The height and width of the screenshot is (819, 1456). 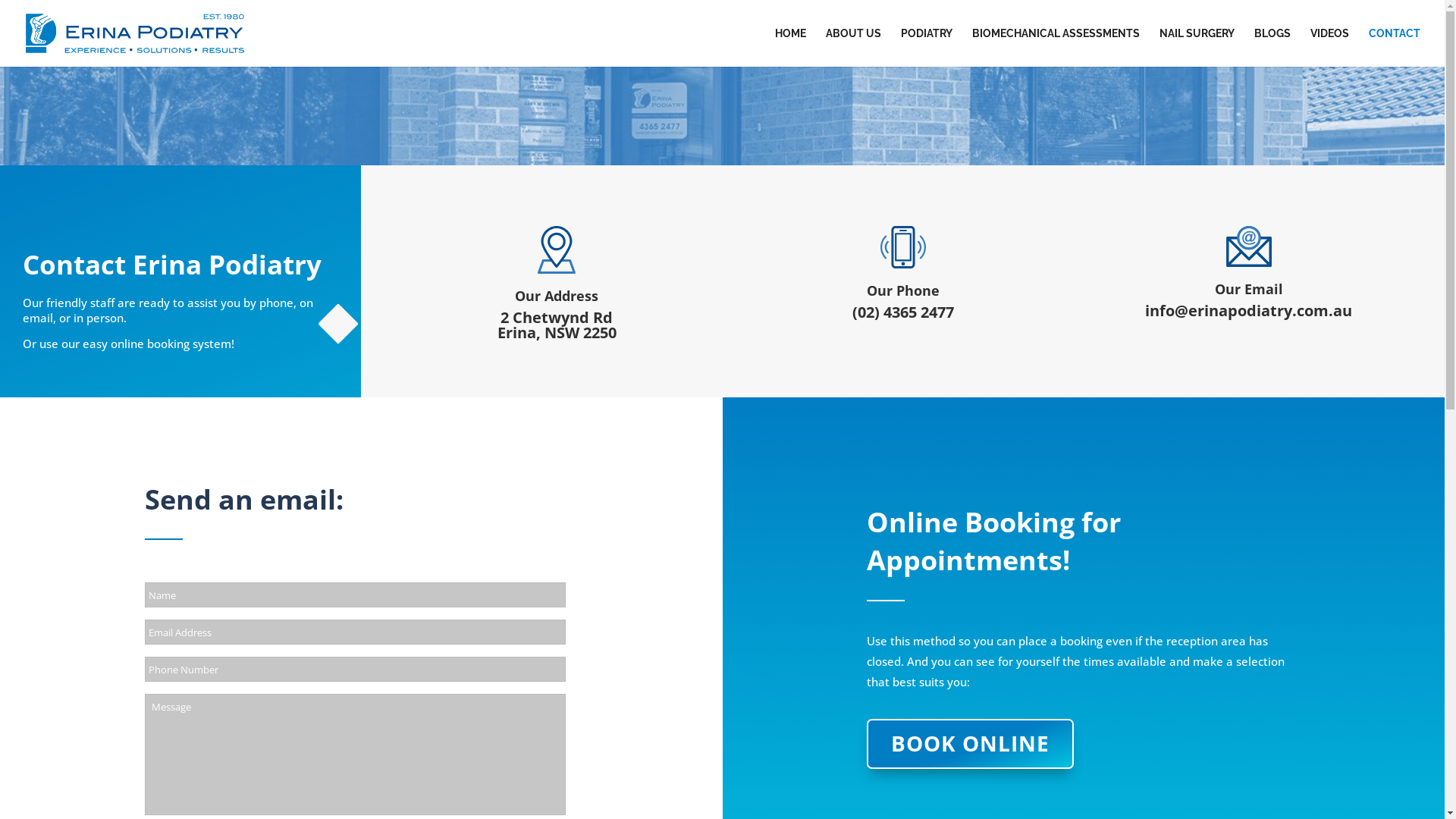 I want to click on 'BIOMECHANICAL ASSESSMENTS', so click(x=1055, y=46).